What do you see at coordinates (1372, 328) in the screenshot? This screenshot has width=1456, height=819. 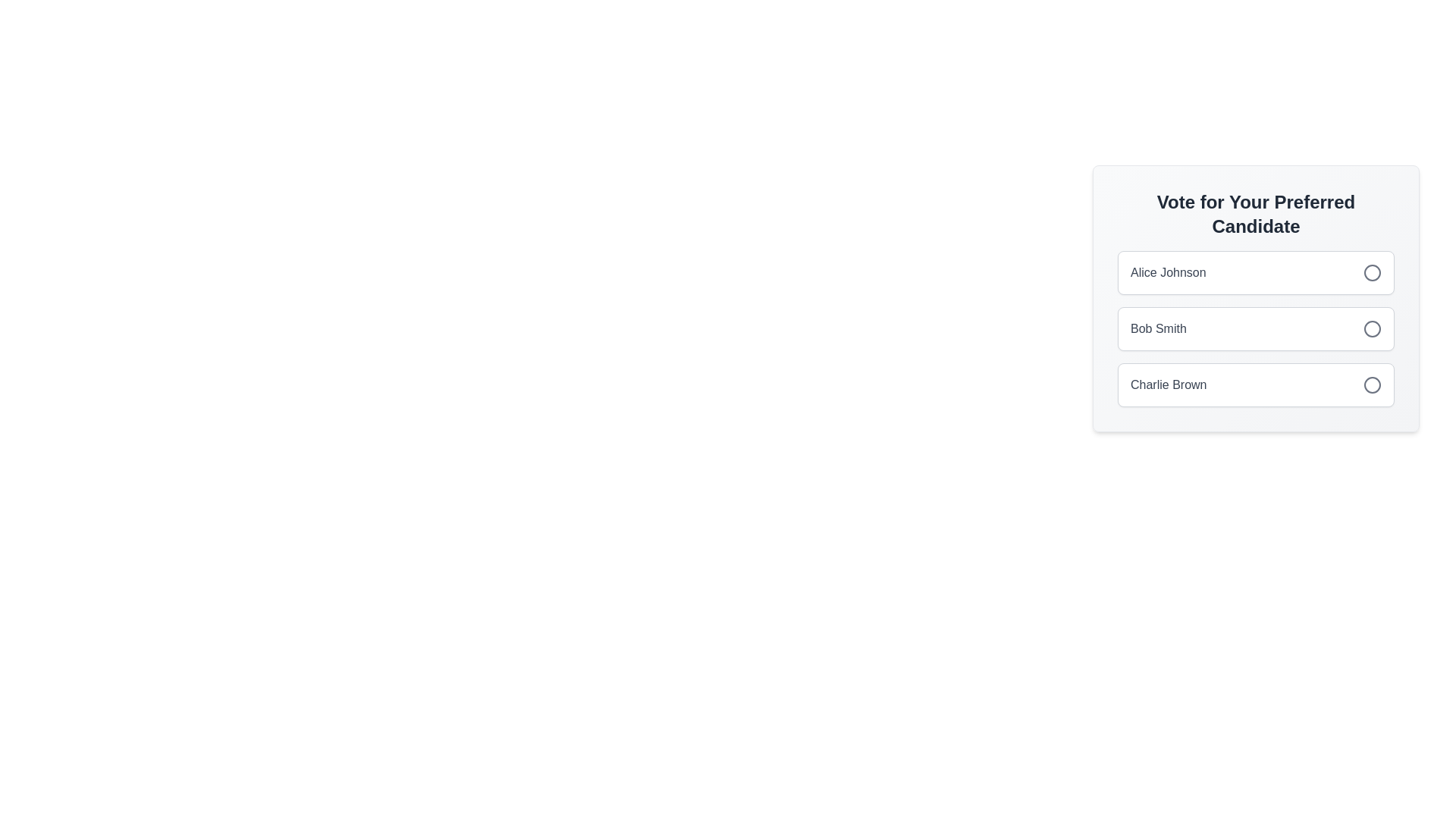 I see `the gray circular radio button associated with the 'Bob Smith' option in the voting interface` at bounding box center [1372, 328].